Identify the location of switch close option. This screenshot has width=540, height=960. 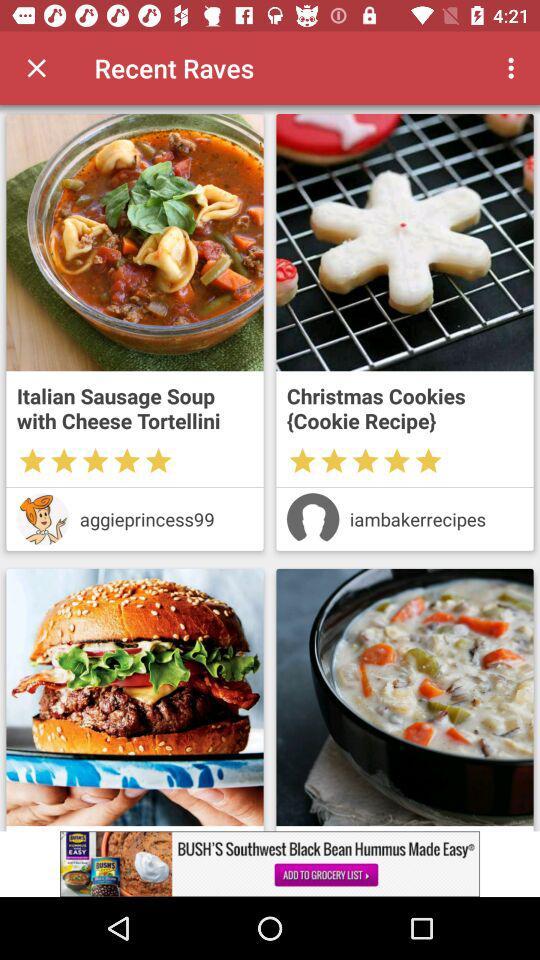
(36, 68).